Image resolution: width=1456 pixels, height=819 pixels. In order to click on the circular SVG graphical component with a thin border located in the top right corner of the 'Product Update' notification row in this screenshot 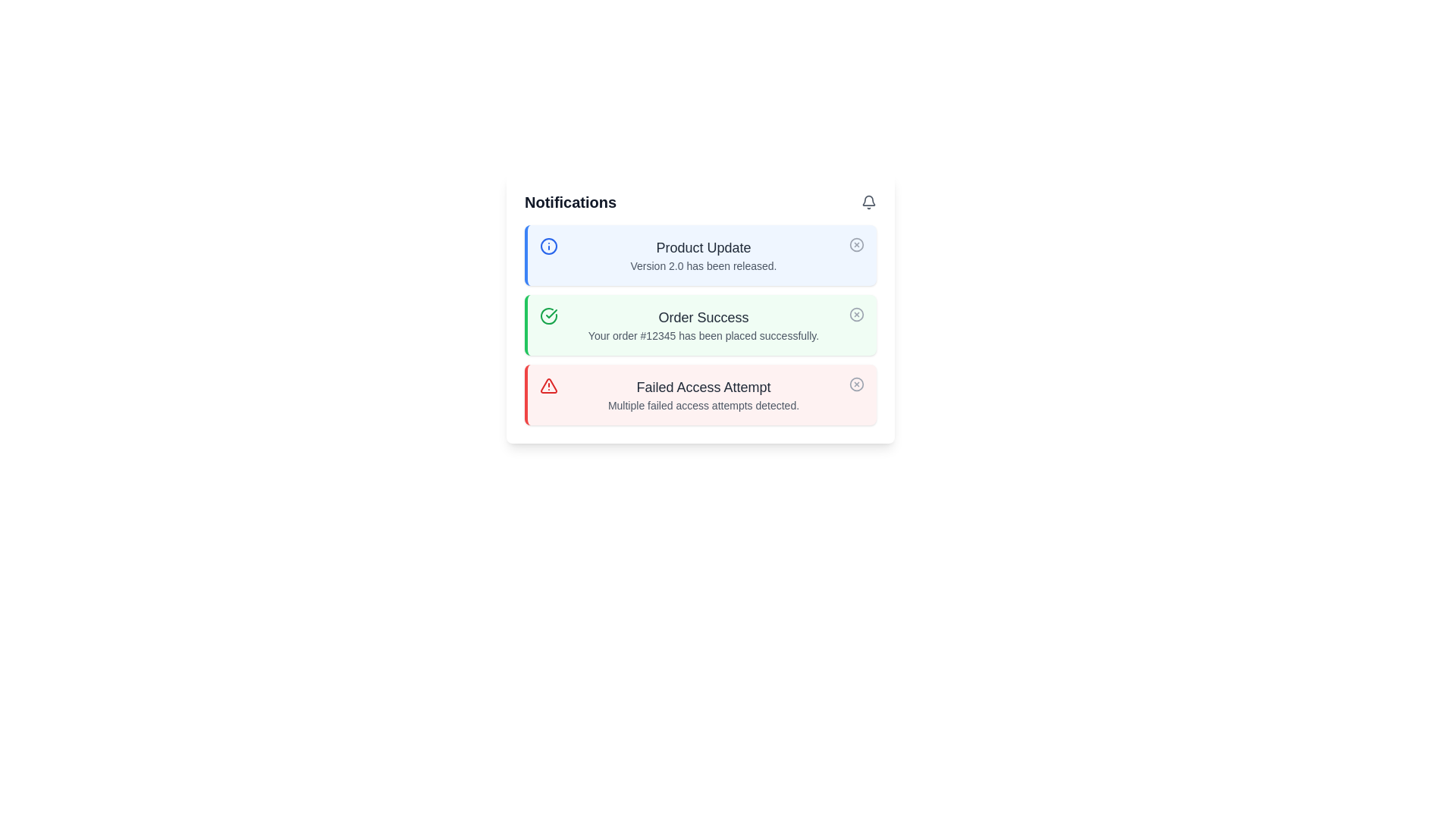, I will do `click(856, 244)`.